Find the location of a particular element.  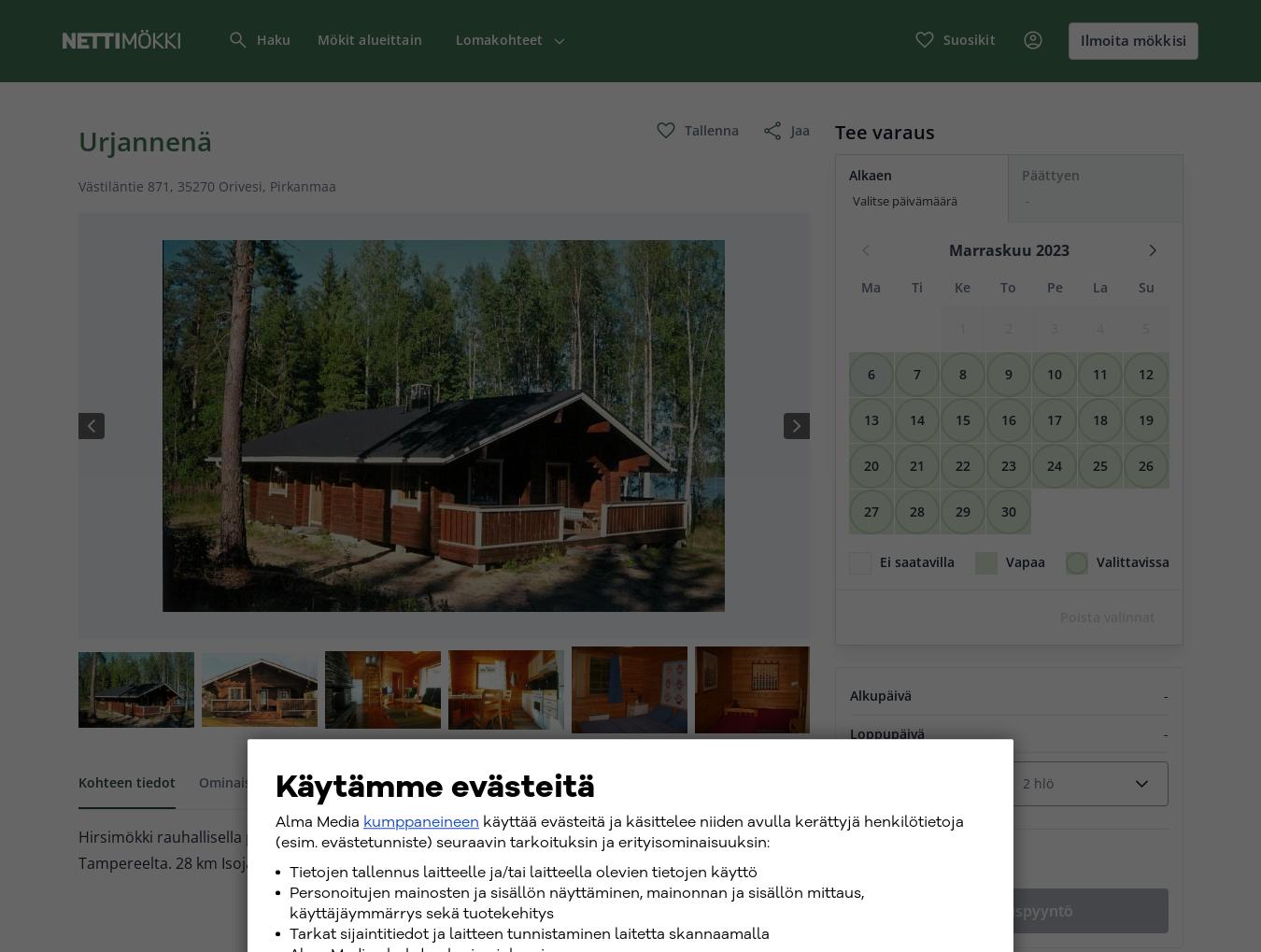

'Kirjaudu yritys' is located at coordinates (1079, 137).